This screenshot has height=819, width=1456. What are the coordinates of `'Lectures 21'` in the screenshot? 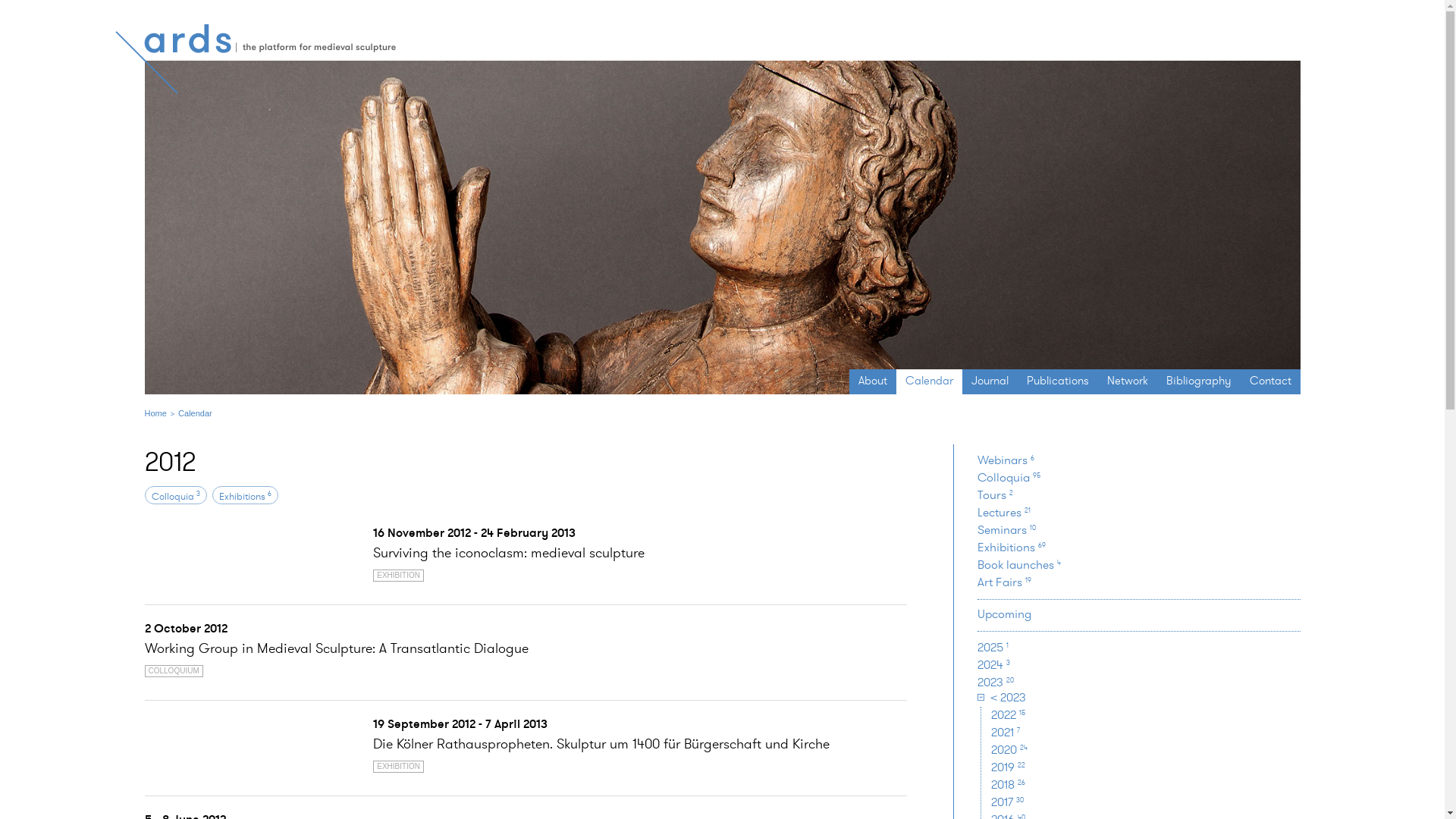 It's located at (1004, 512).